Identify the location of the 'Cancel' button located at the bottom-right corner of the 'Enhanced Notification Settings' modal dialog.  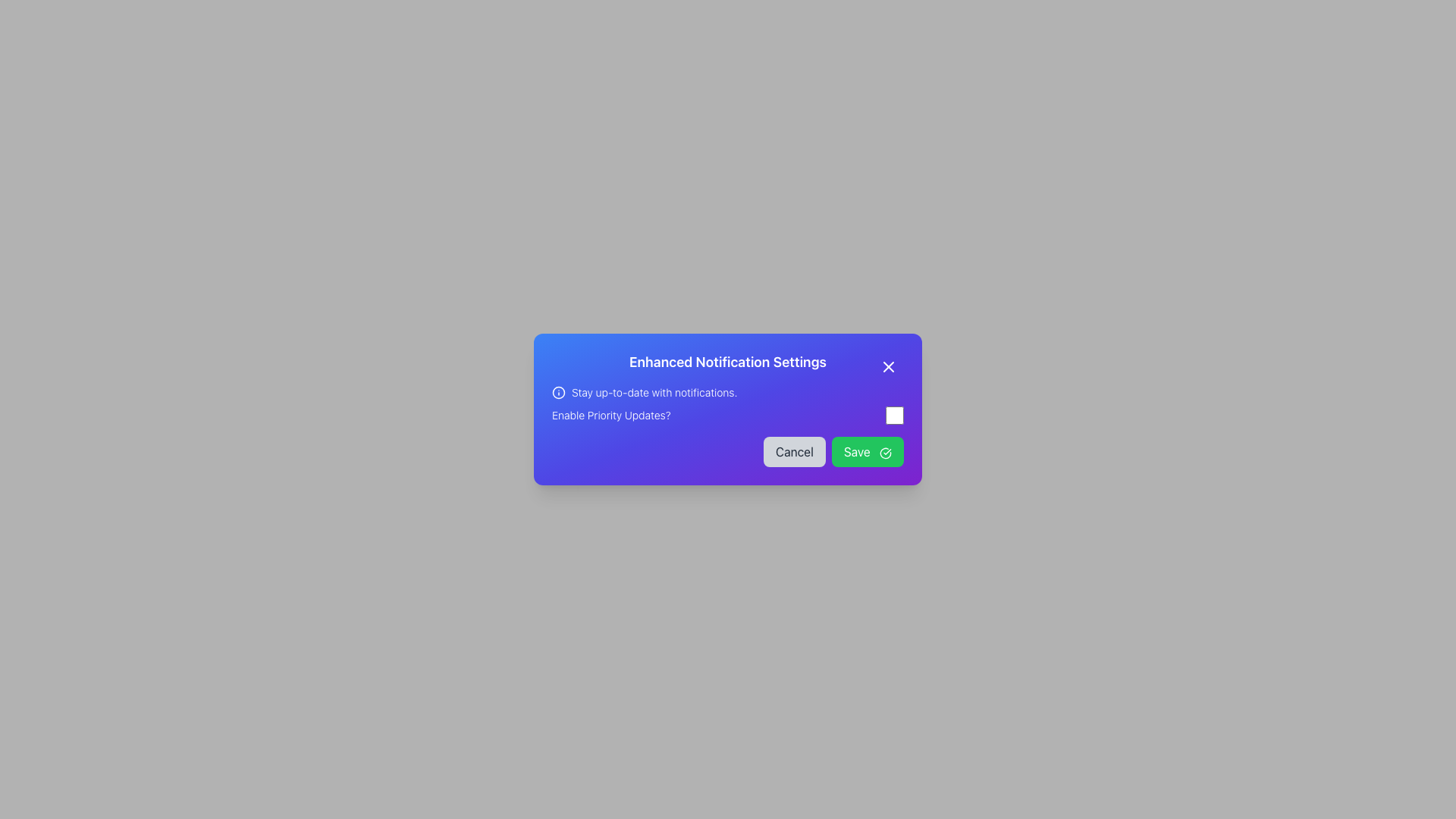
(793, 451).